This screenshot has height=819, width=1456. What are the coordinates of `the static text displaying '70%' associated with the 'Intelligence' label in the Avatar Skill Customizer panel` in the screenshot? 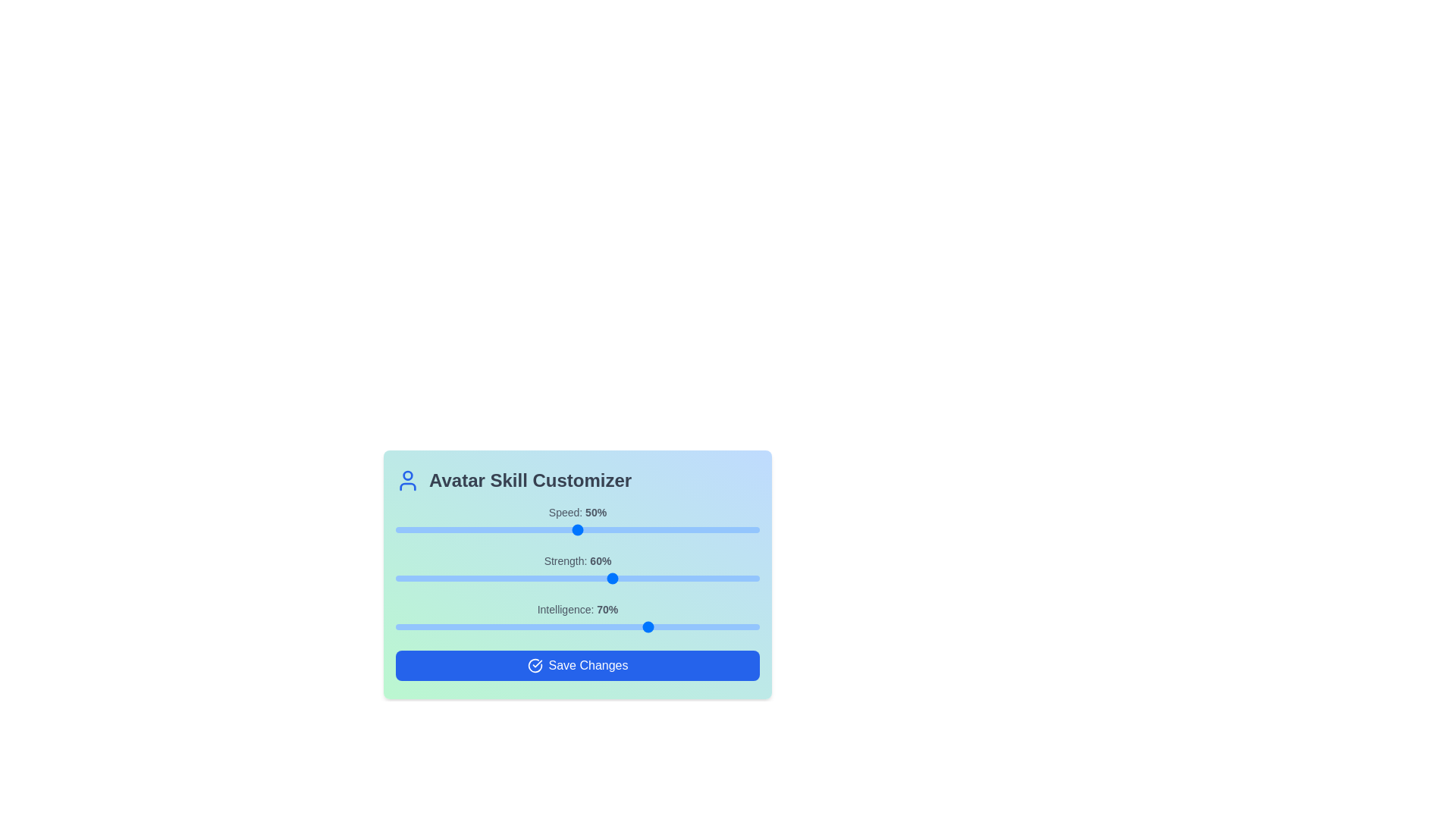 It's located at (607, 608).